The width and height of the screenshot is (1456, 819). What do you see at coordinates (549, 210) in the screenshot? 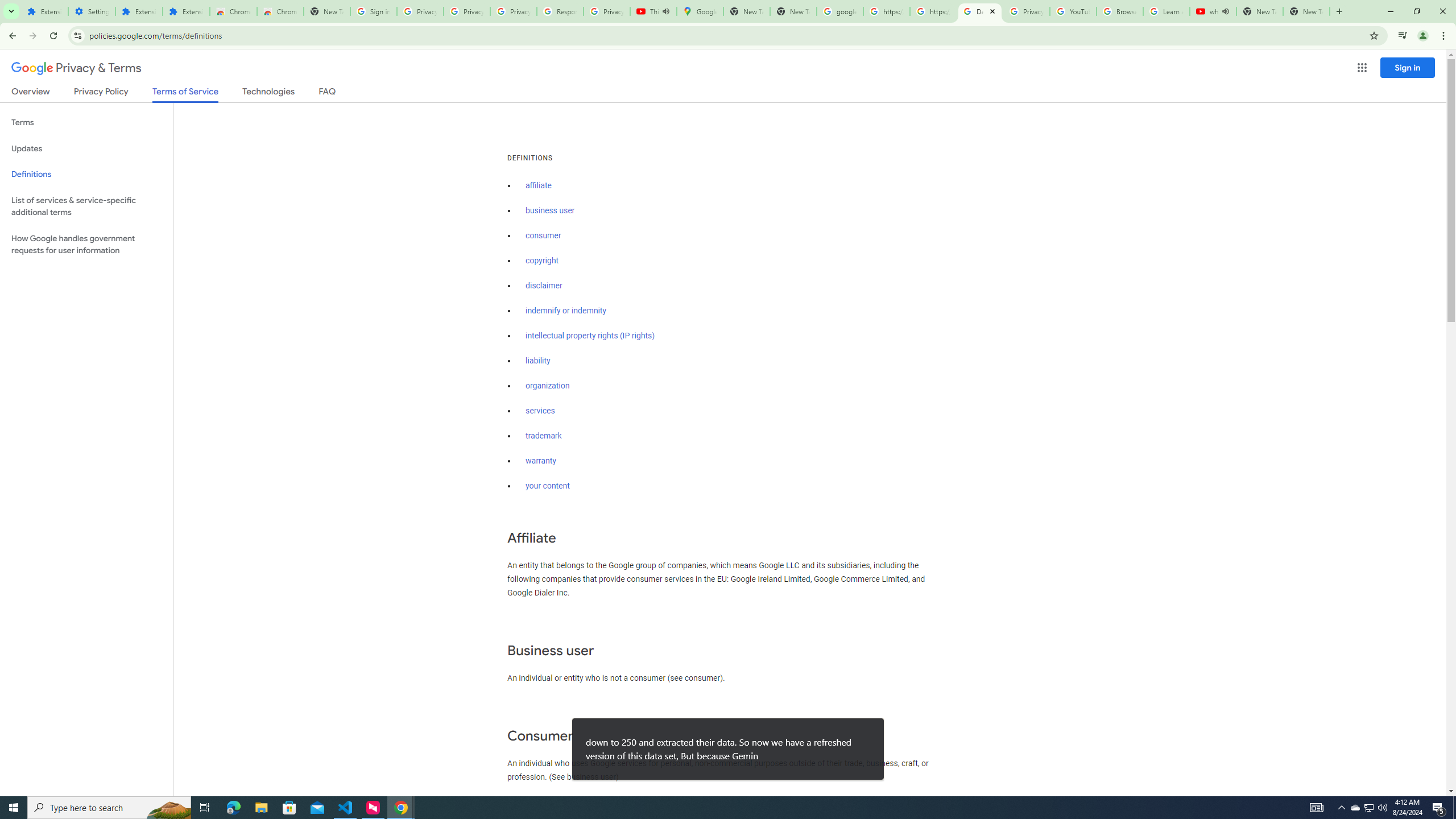
I see `'business user'` at bounding box center [549, 210].